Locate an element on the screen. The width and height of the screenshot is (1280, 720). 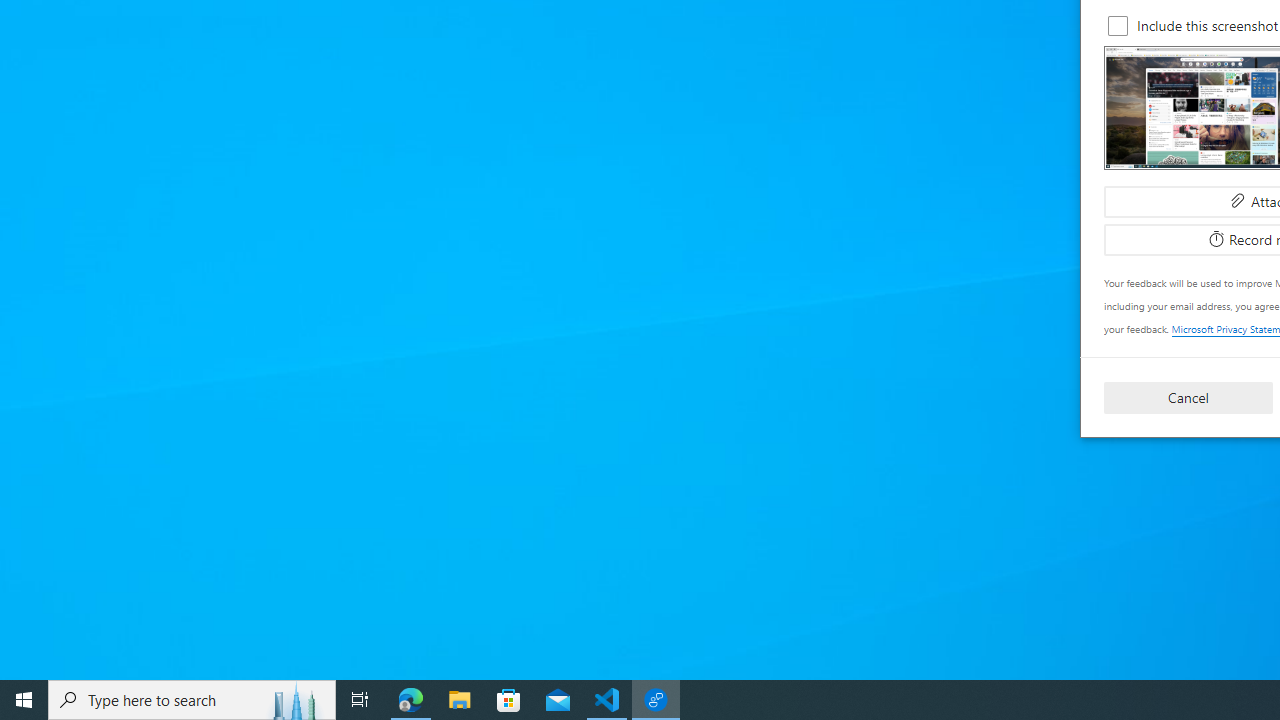
'Microsoft Store' is located at coordinates (509, 698).